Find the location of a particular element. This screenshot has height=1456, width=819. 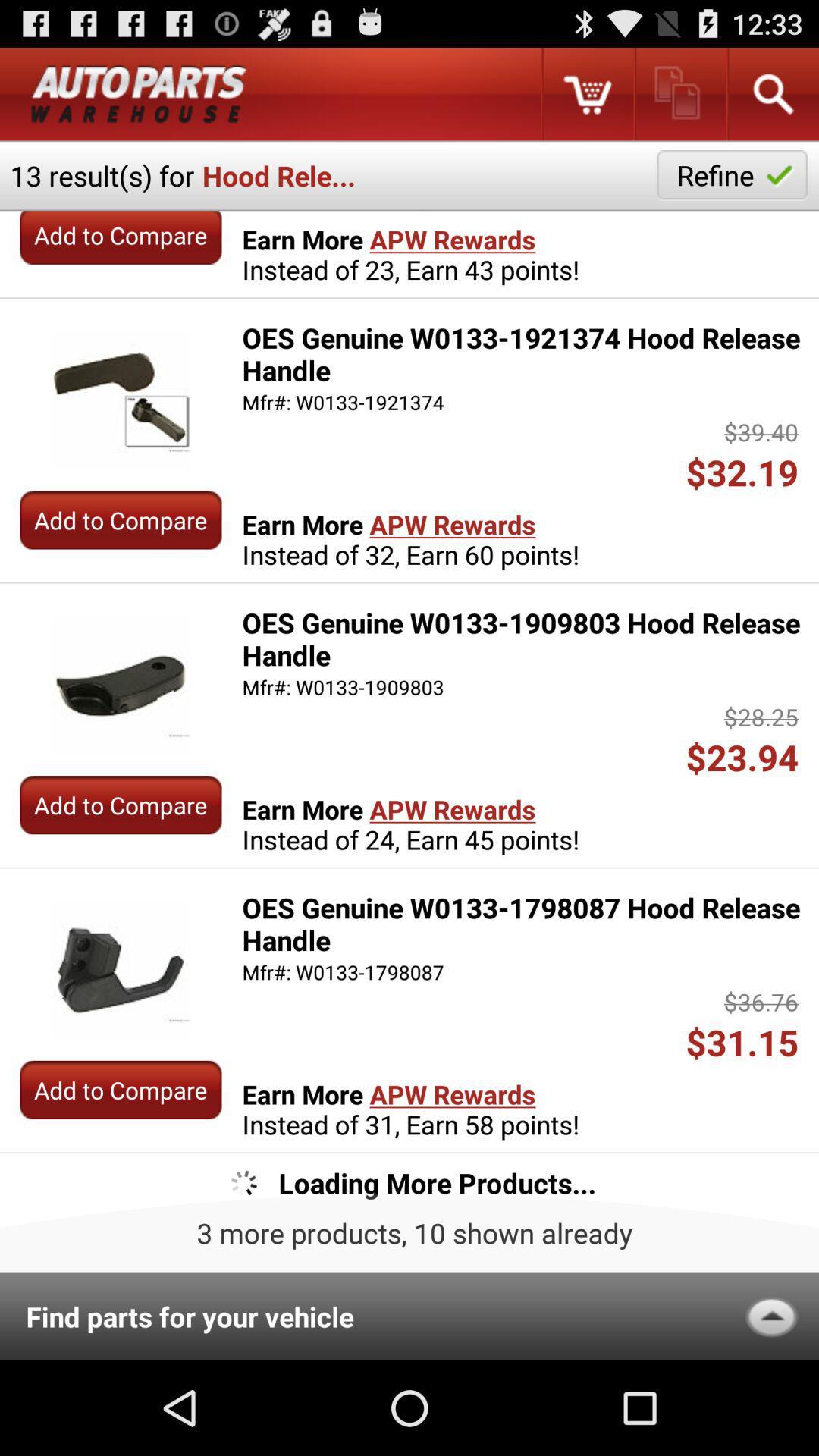

the cart icon is located at coordinates (586, 99).